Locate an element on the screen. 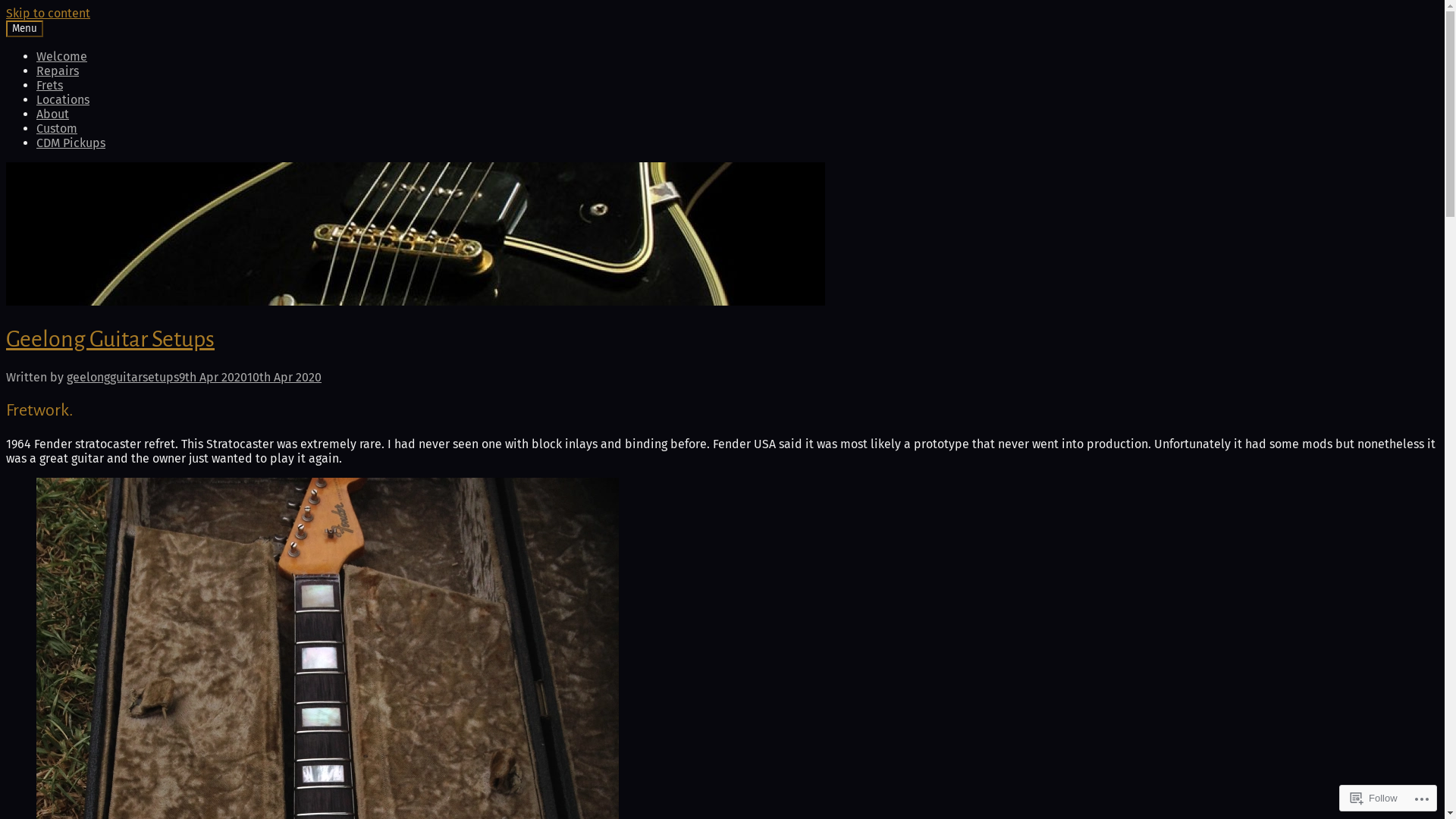 The width and height of the screenshot is (1456, 819). 'Menu' is located at coordinates (24, 29).